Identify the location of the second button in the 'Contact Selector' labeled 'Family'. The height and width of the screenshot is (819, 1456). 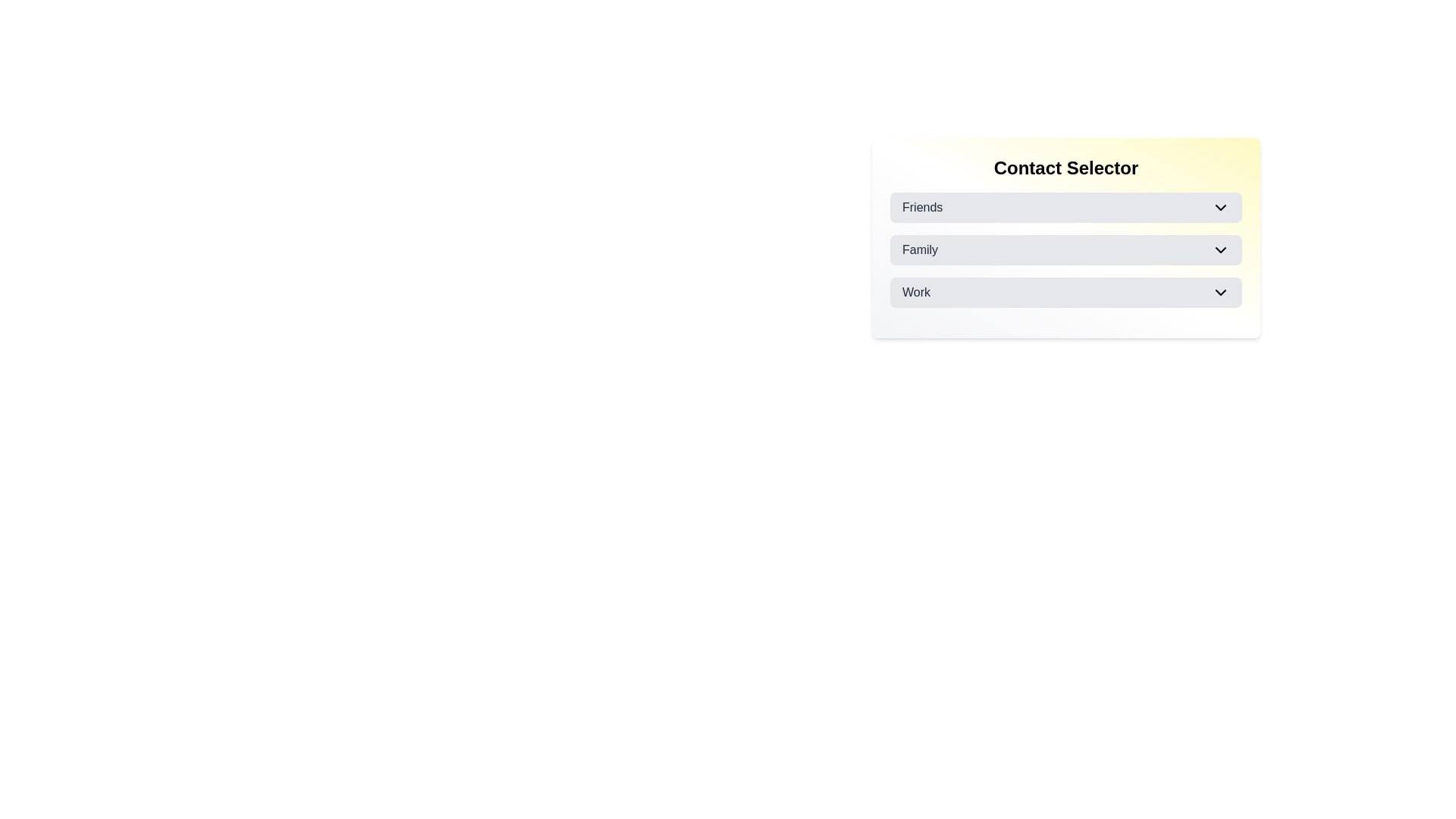
(1065, 249).